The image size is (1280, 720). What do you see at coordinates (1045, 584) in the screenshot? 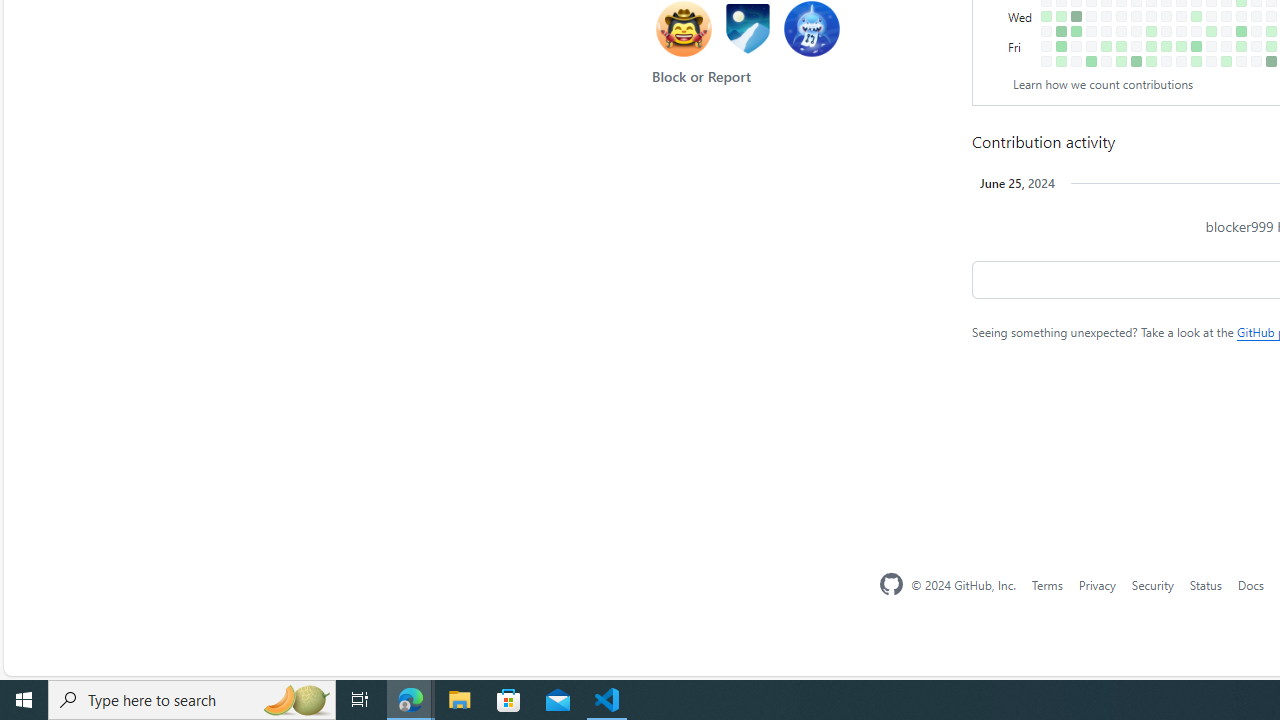
I see `'Terms'` at bounding box center [1045, 584].